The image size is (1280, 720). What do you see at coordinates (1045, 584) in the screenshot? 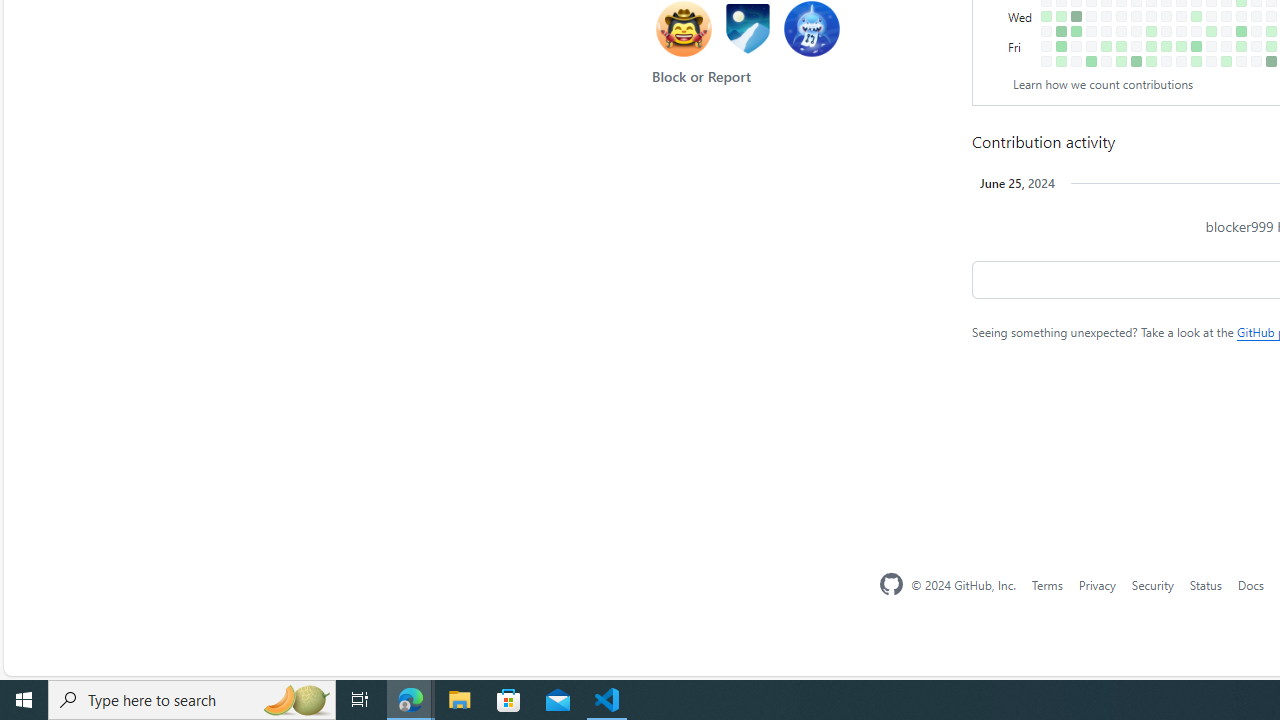
I see `'Terms'` at bounding box center [1045, 584].